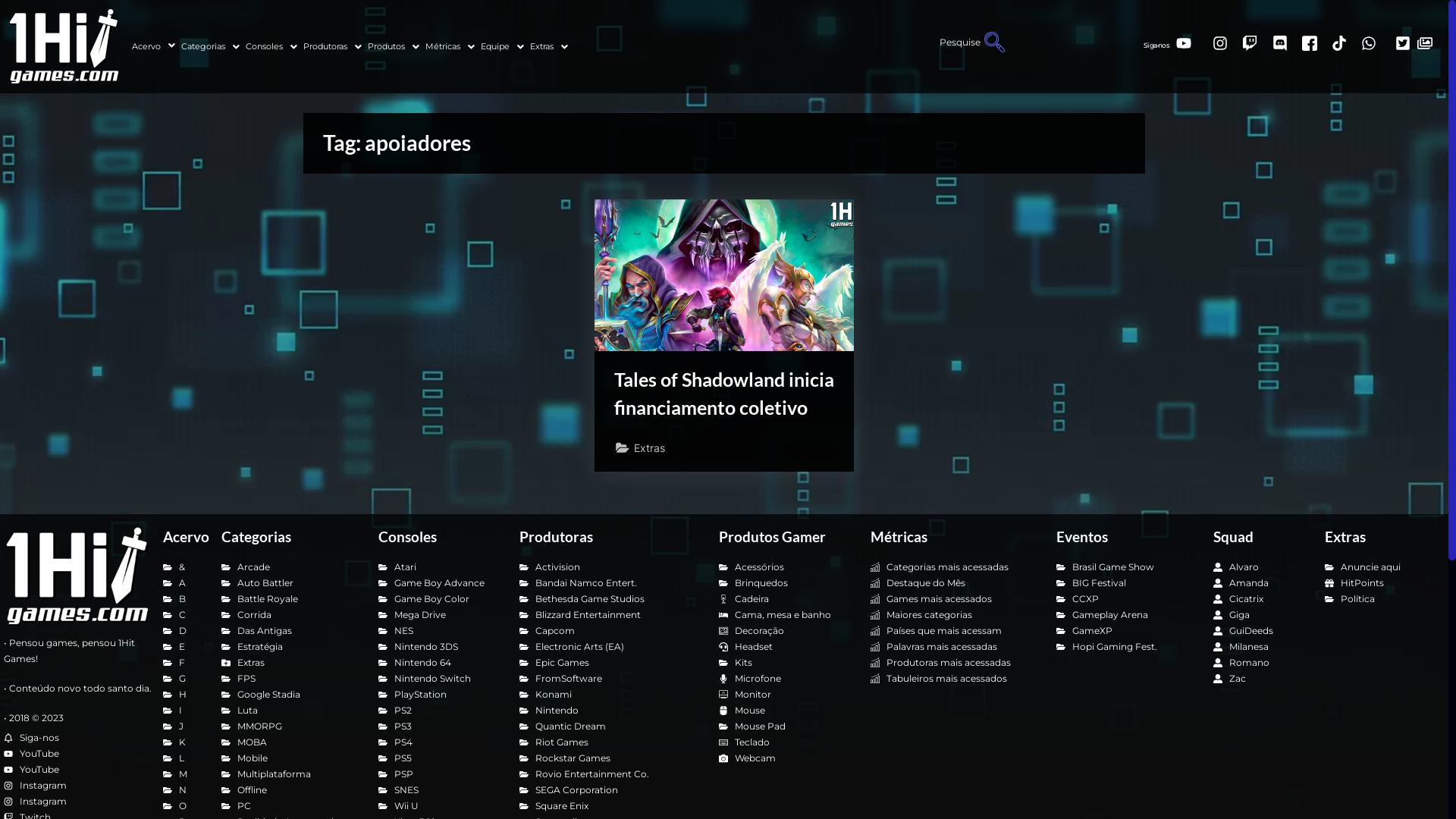 Image resolution: width=1456 pixels, height=819 pixels. Describe the element at coordinates (77, 769) in the screenshot. I see `'YouTube'` at that location.